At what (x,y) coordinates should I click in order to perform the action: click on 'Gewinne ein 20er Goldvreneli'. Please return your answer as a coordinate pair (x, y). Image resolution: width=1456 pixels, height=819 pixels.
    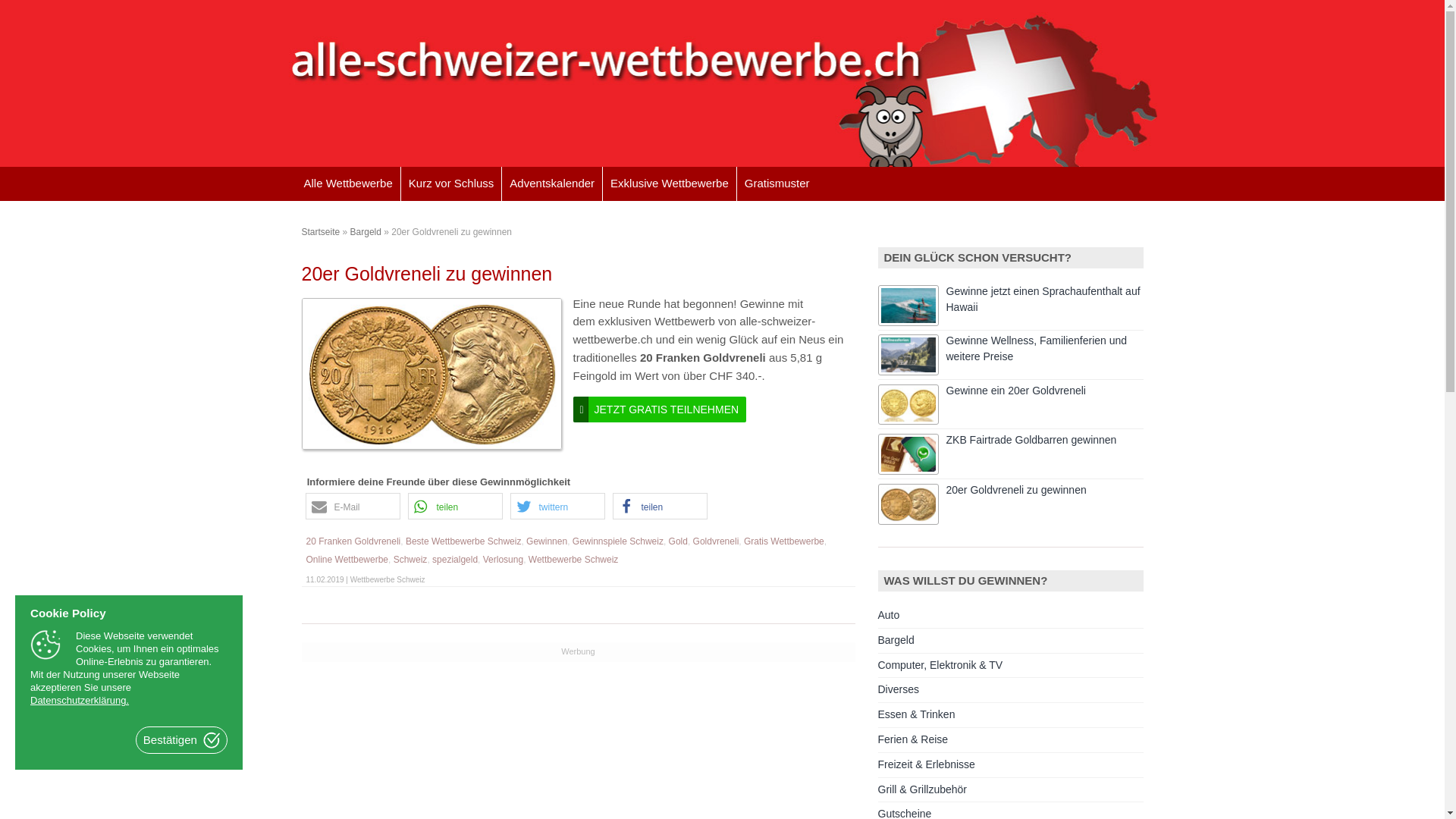
    Looking at the image, I should click on (1015, 390).